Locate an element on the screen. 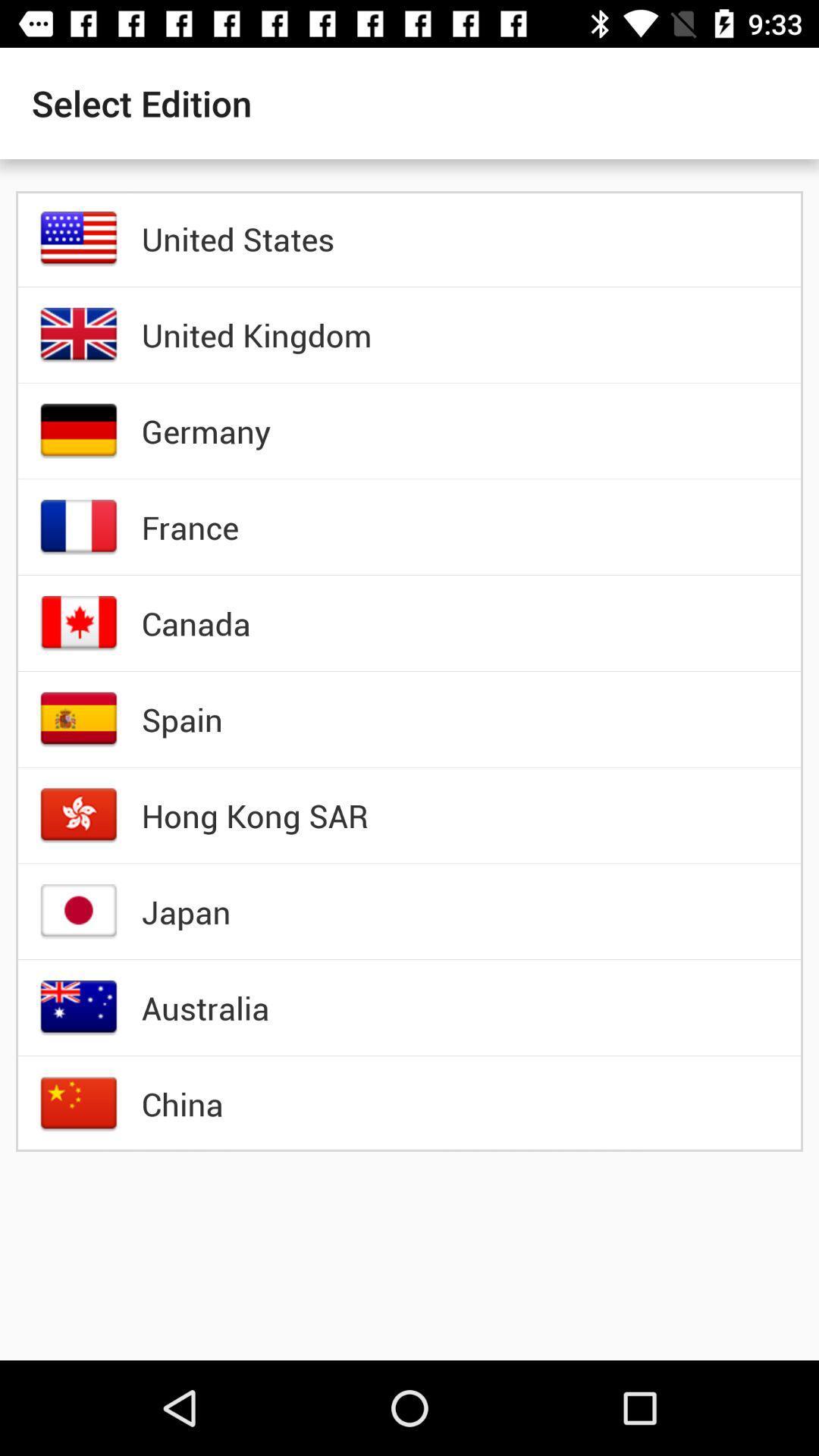 The image size is (819, 1456). item below the japan is located at coordinates (206, 1008).